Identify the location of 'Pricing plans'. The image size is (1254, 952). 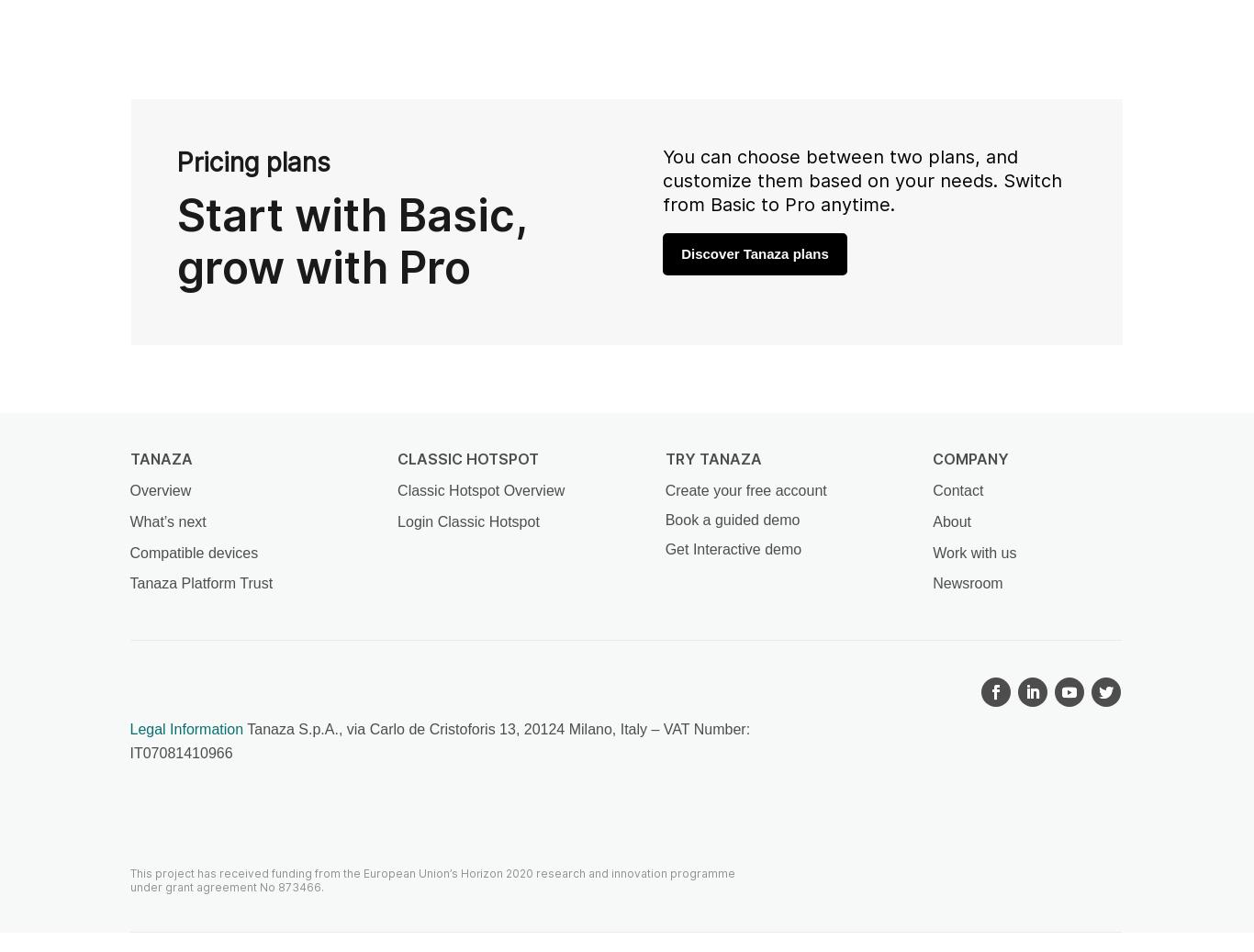
(176, 160).